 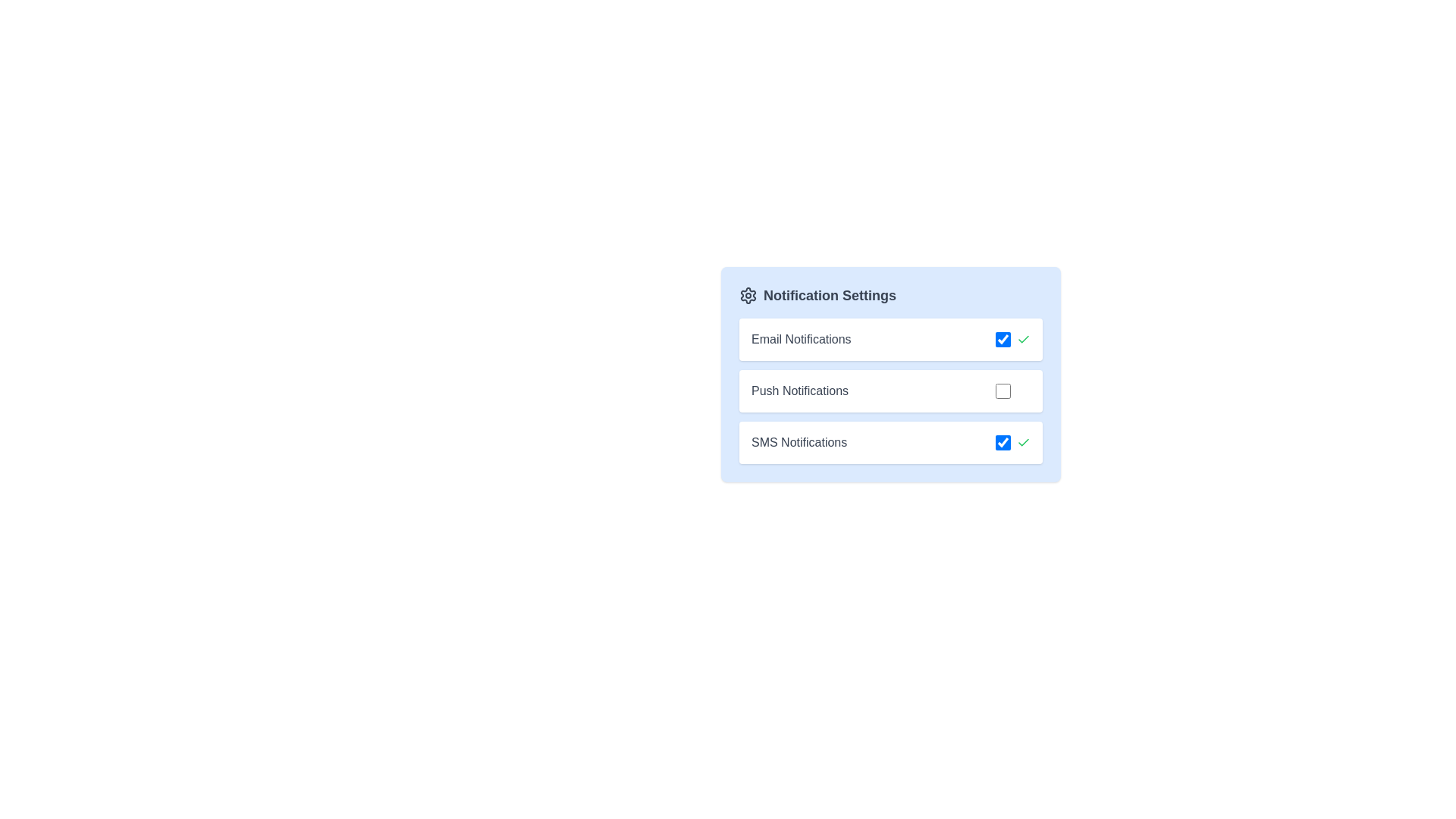 What do you see at coordinates (1003, 442) in the screenshot?
I see `the small square checkbox with a blue background and a white checkmark` at bounding box center [1003, 442].